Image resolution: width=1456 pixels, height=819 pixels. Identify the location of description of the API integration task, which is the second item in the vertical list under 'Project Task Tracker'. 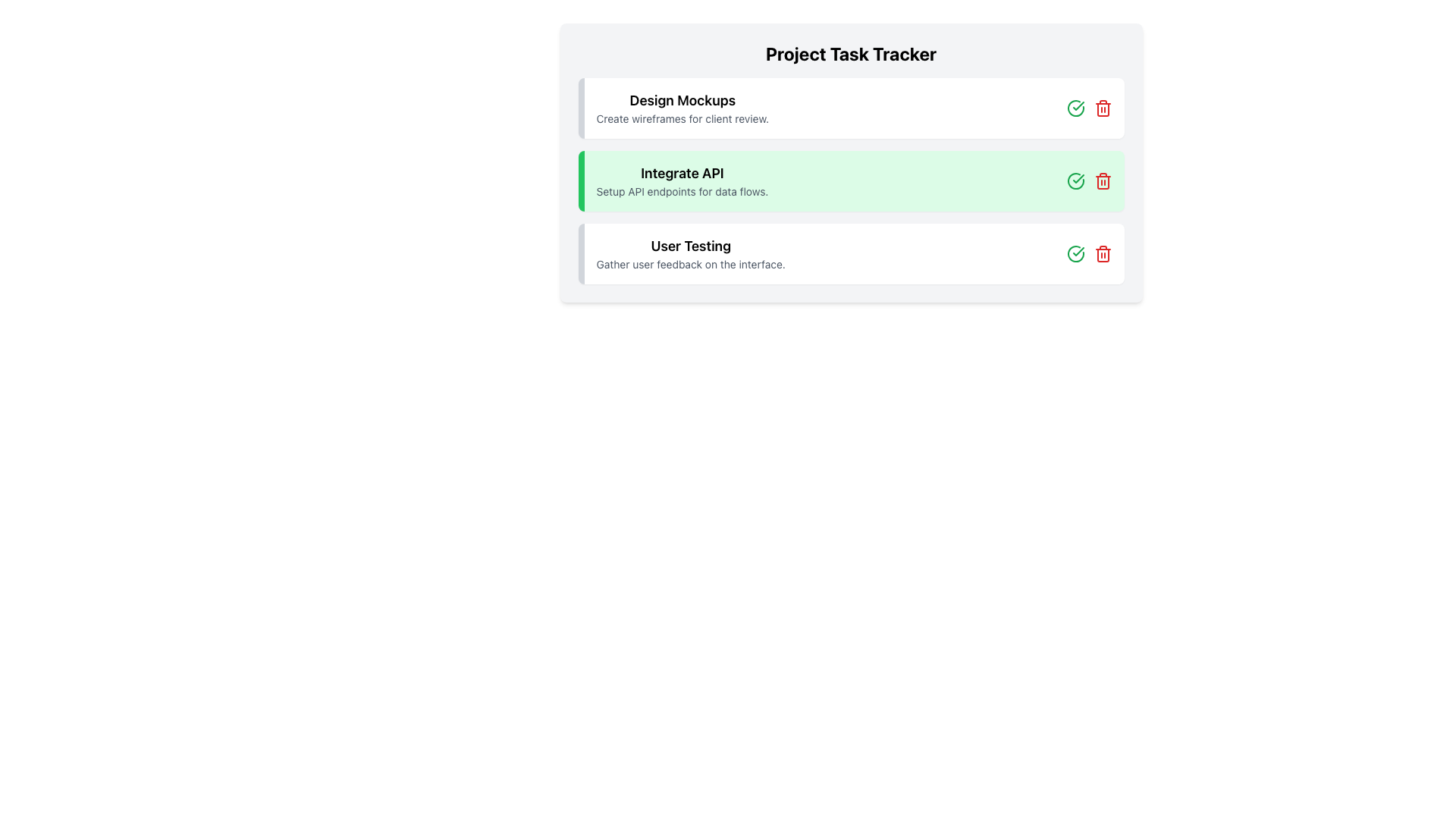
(681, 180).